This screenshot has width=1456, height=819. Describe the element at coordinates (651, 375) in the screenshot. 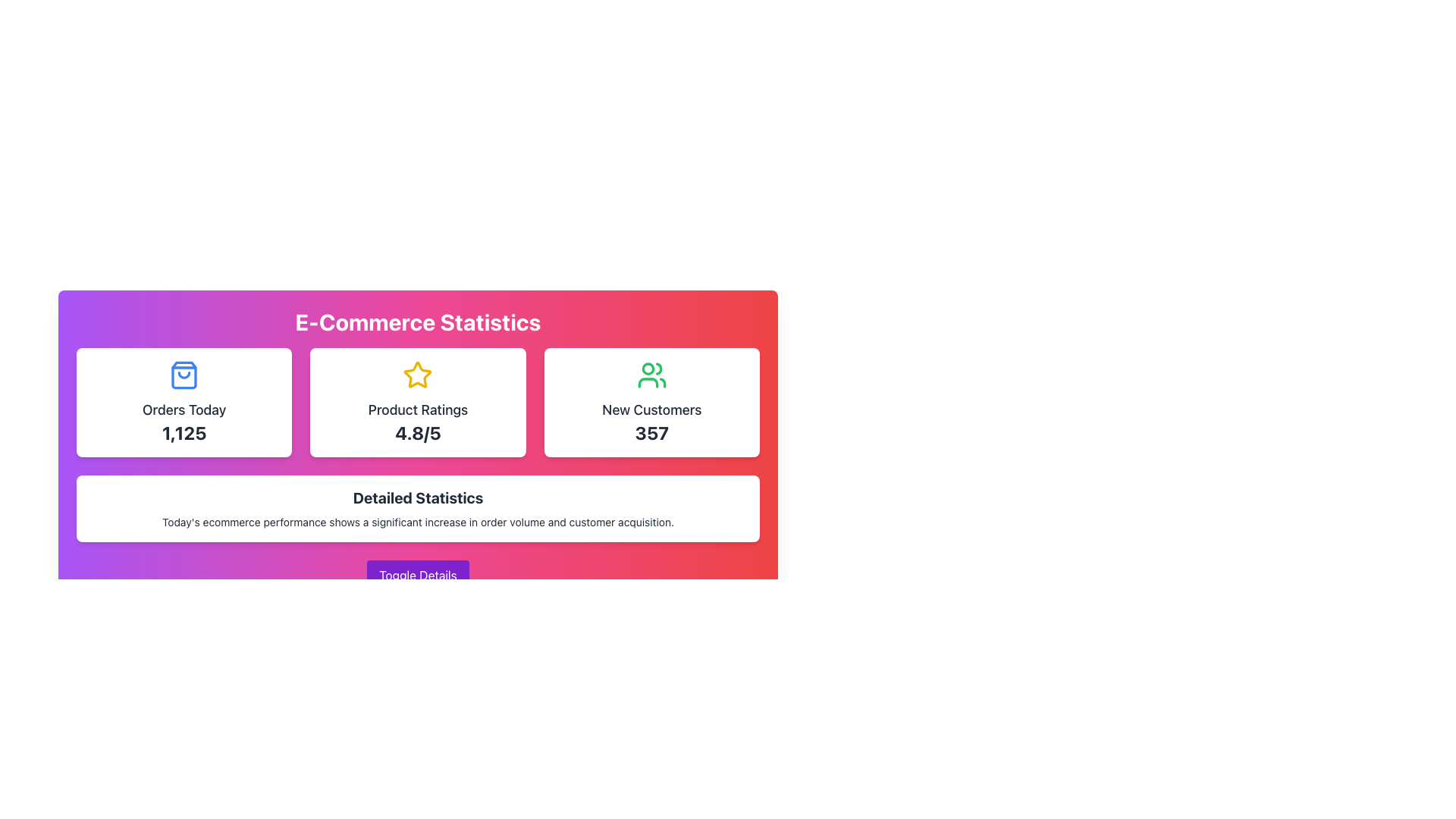

I see `the decorative SVG icon representing the 'New Customers' section in the statistics card located at the top center of the card, directly above the text 'New Customers' and the number '357'` at that location.